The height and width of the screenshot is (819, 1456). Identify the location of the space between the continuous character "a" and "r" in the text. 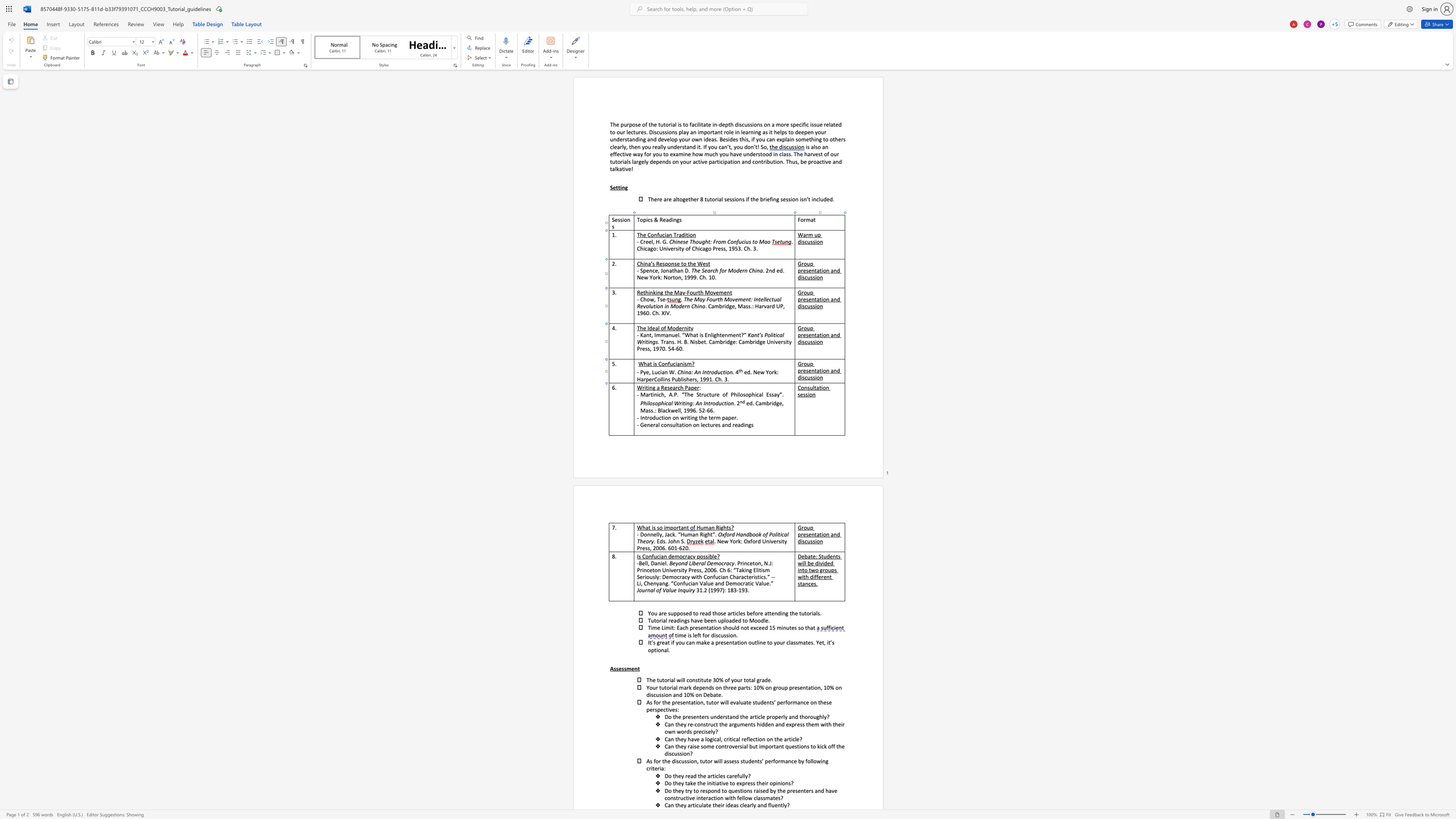
(675, 387).